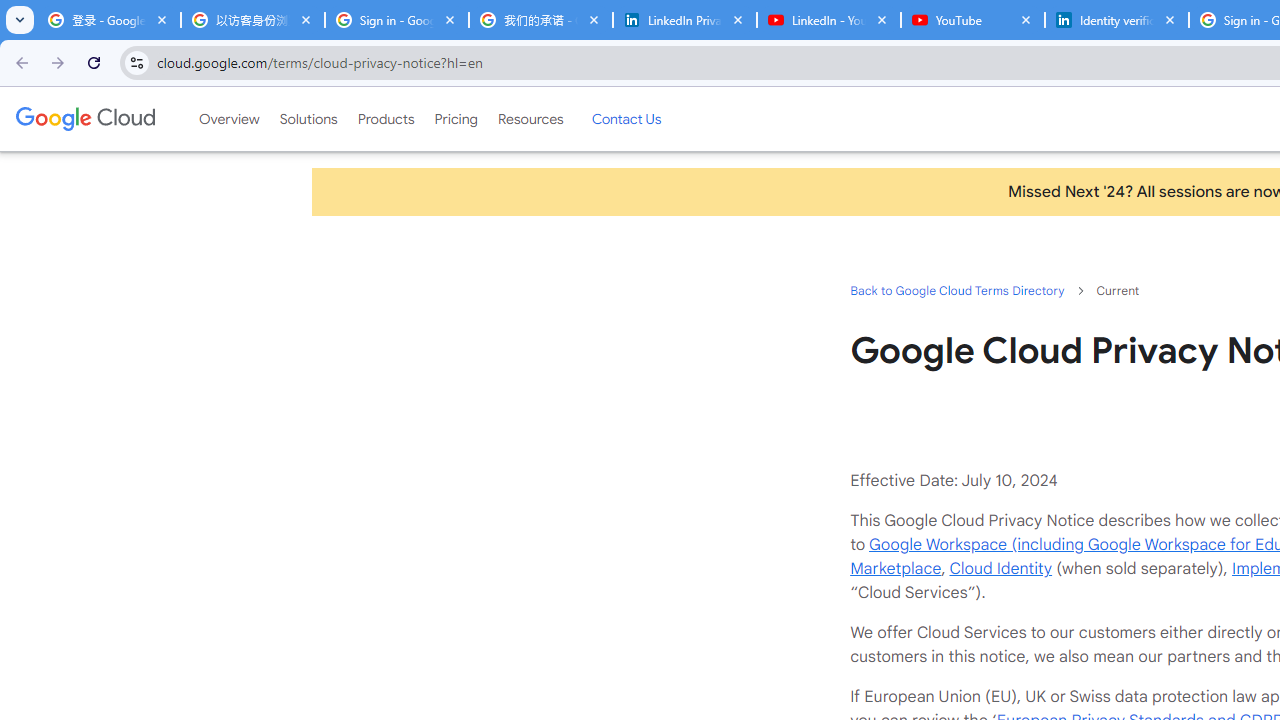  Describe the element at coordinates (385, 119) in the screenshot. I see `'Products'` at that location.